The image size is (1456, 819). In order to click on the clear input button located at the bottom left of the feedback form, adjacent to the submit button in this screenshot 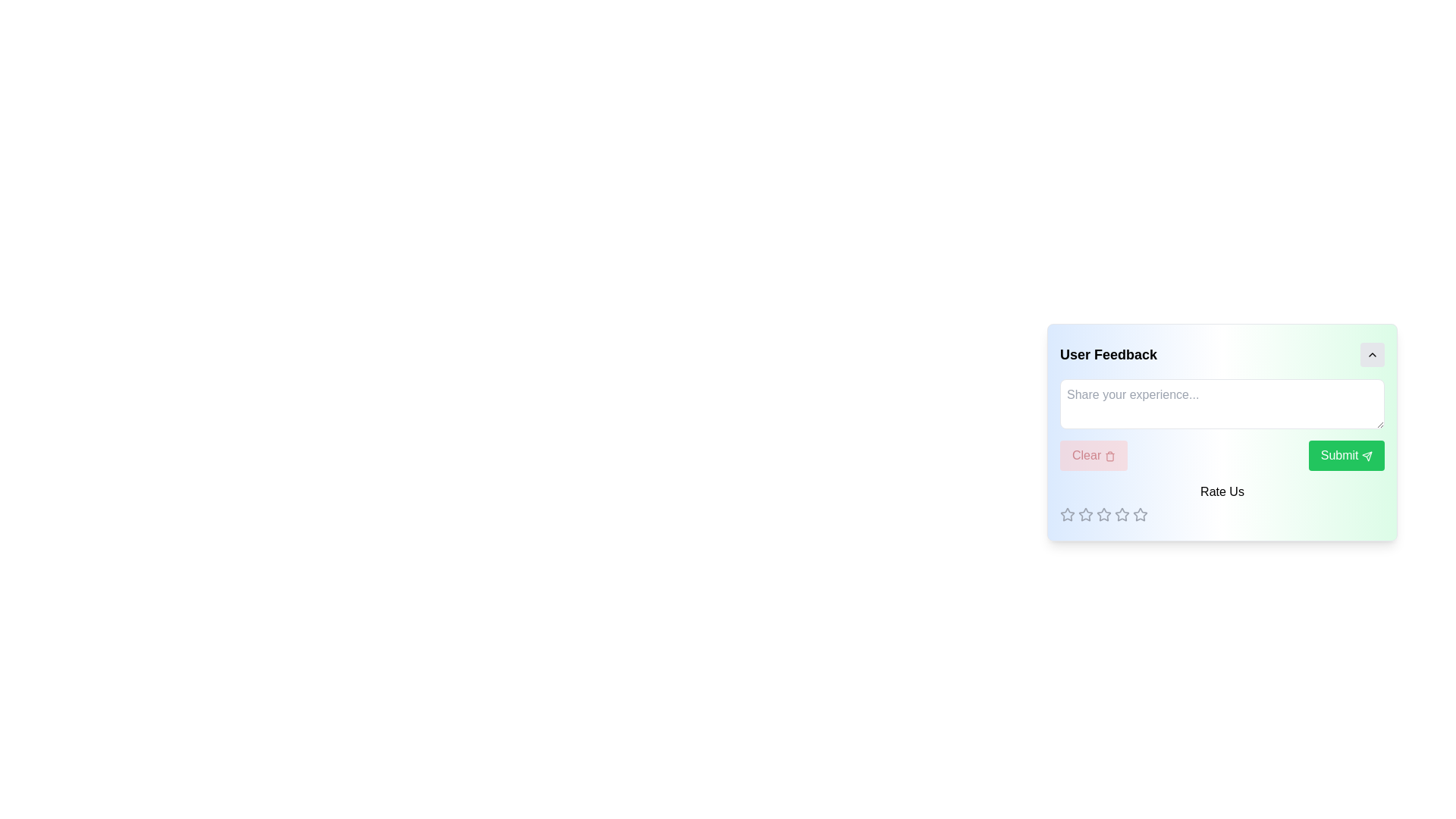, I will do `click(1094, 455)`.